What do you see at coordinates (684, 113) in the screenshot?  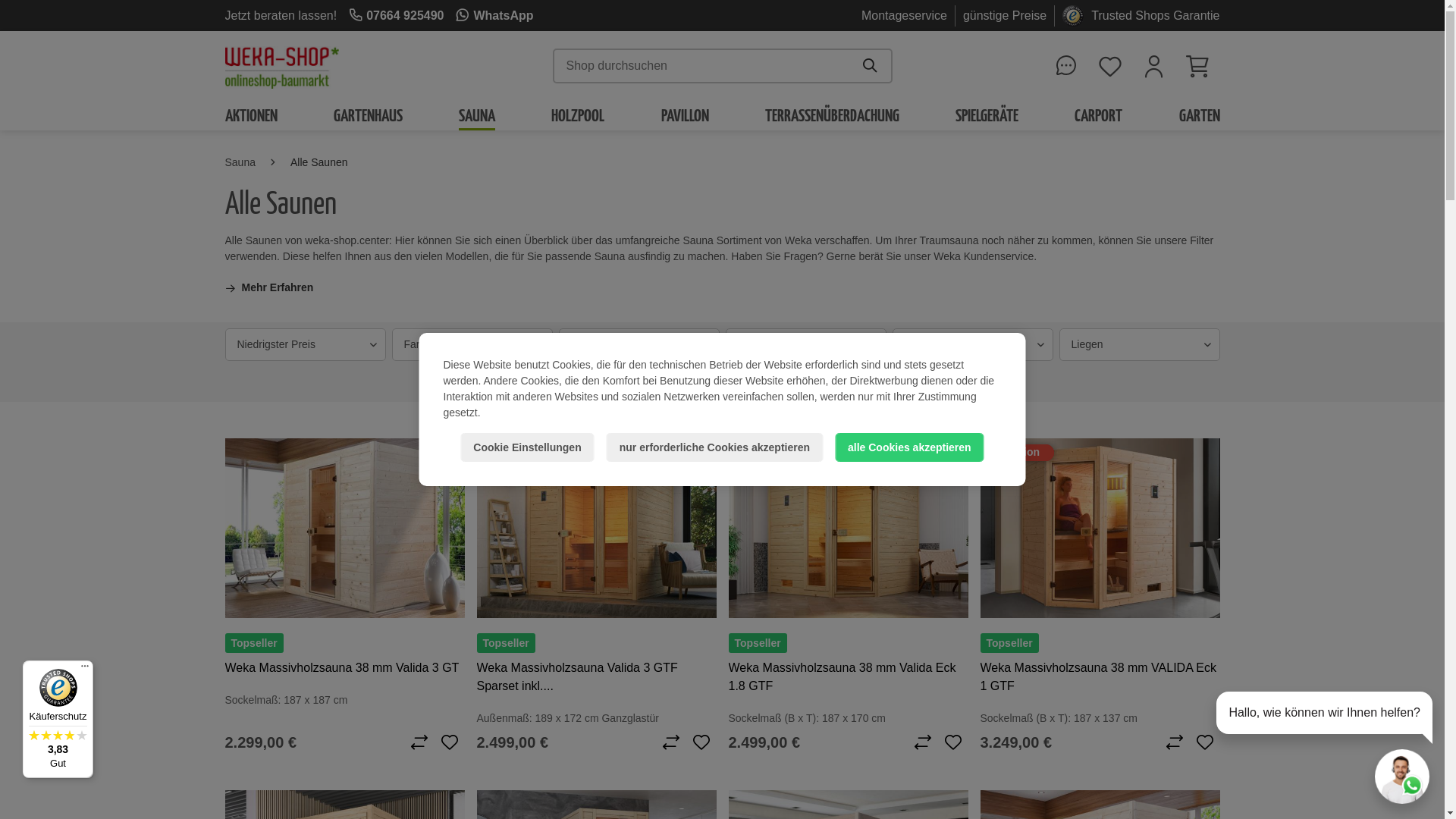 I see `'PAVILLON'` at bounding box center [684, 113].